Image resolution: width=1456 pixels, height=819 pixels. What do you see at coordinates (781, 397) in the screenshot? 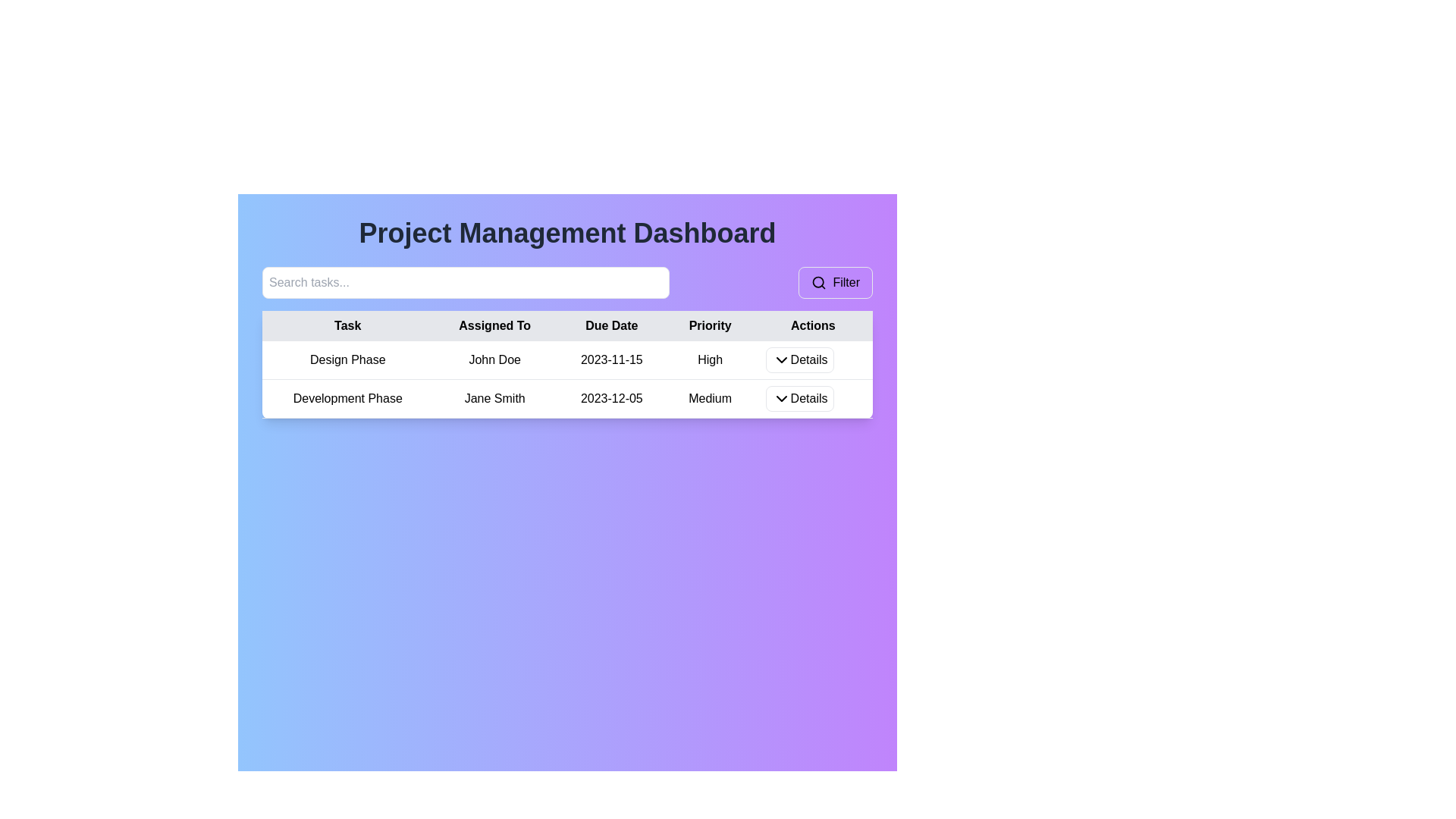
I see `the Chevron Down icon located within the second 'Details' button in the Actions column of the second row in the table` at bounding box center [781, 397].